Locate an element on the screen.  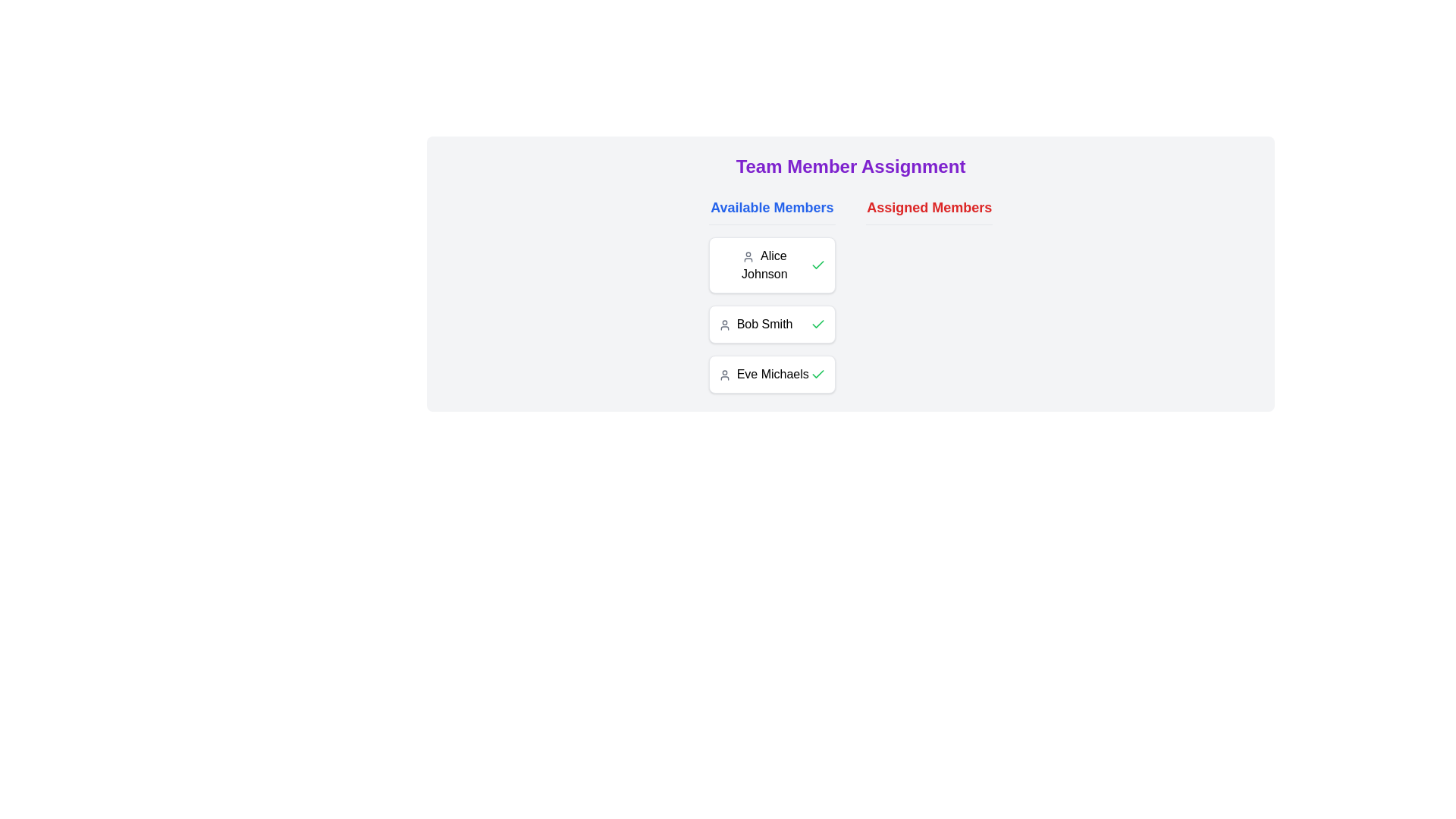
the user profile icon for 'Alice Johnson', which is located to the left of the text label and visually represents the user's account is located at coordinates (748, 256).